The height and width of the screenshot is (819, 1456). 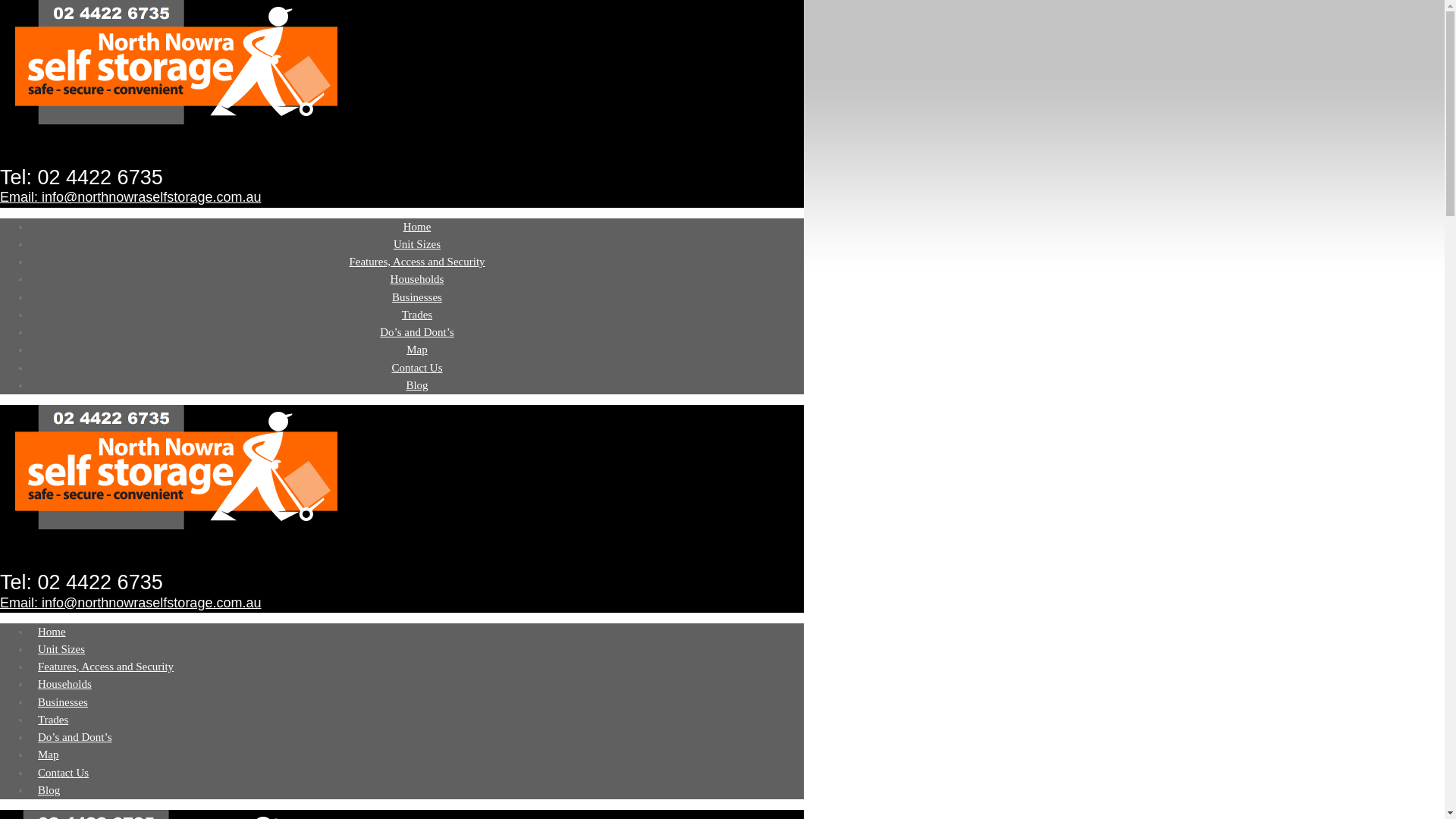 What do you see at coordinates (385, 243) in the screenshot?
I see `'Unit Sizes'` at bounding box center [385, 243].